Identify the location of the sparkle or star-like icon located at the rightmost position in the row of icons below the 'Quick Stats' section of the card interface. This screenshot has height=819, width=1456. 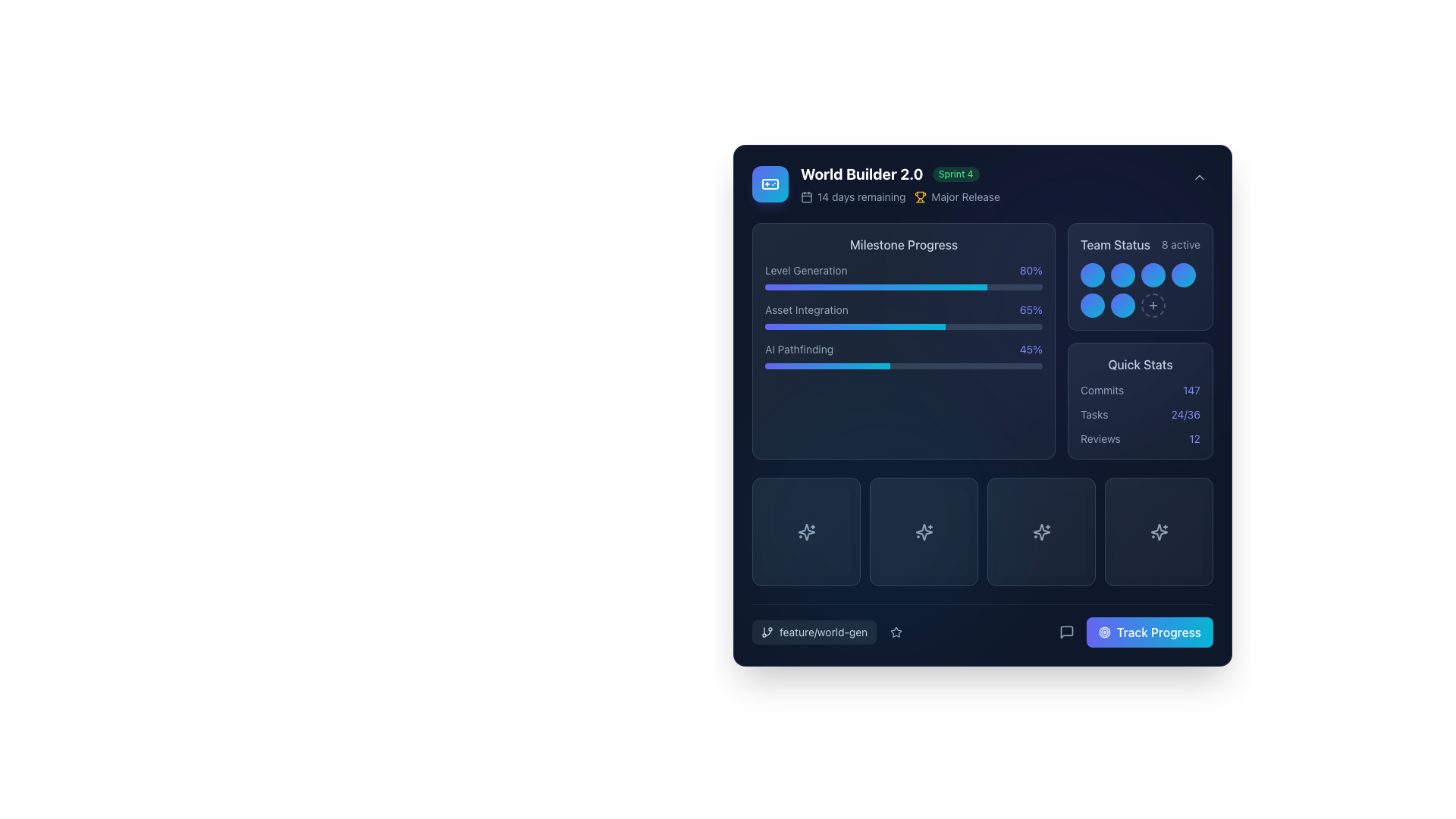
(1158, 531).